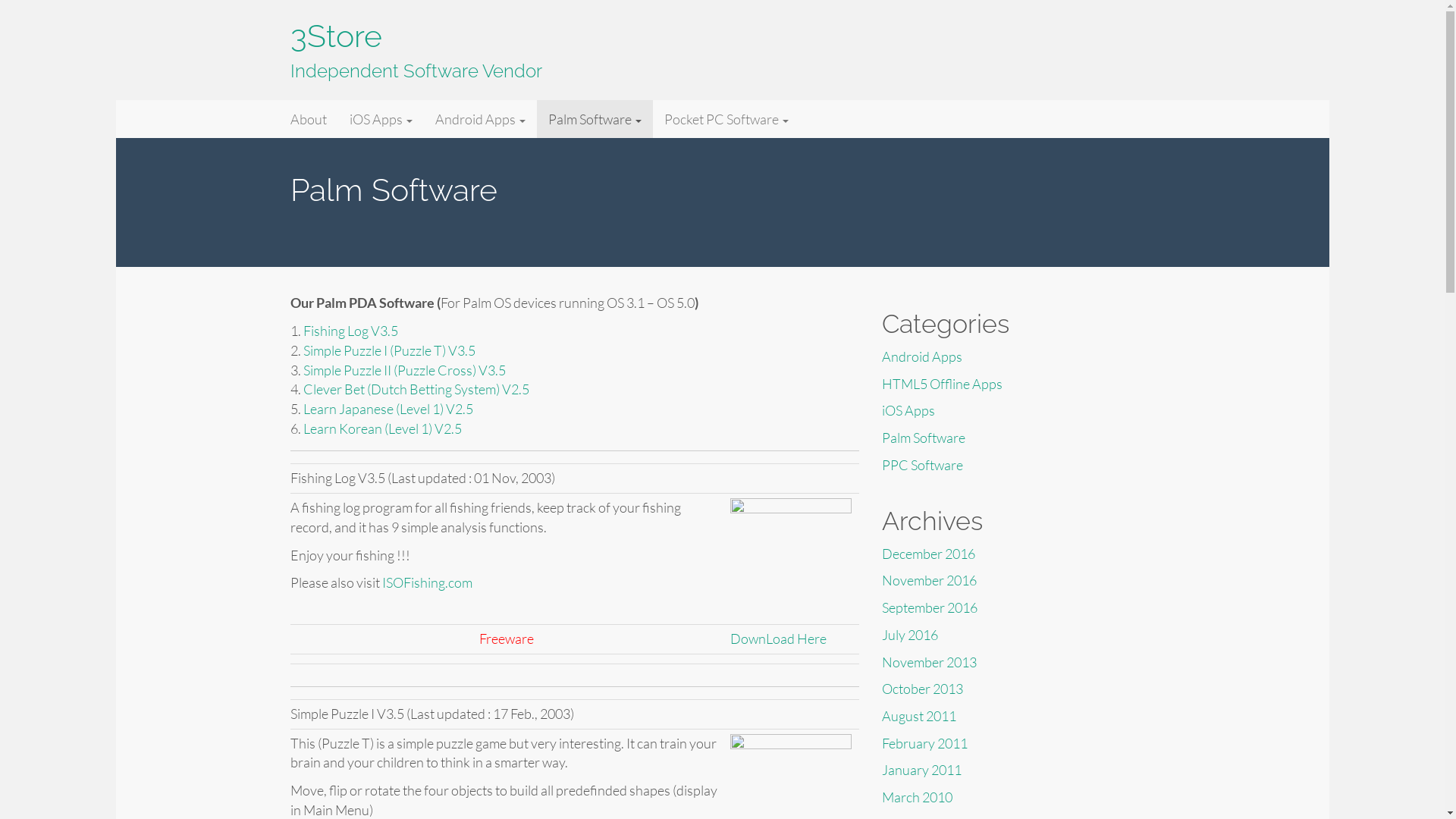 The height and width of the screenshot is (819, 1456). What do you see at coordinates (308, 118) in the screenshot?
I see `'About'` at bounding box center [308, 118].